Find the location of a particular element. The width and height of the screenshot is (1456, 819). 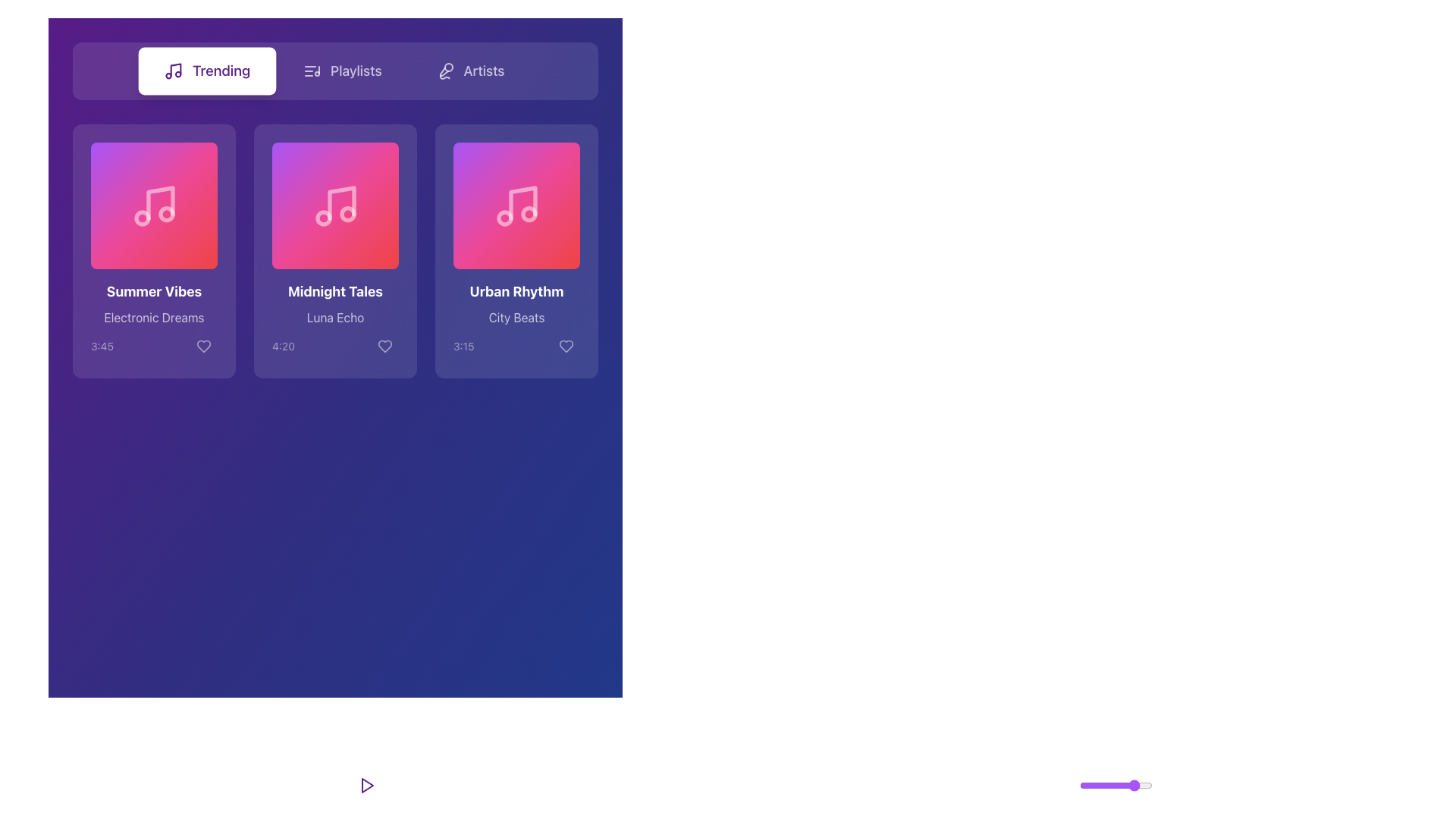

the text block representing the title, artist, and duration of a music track in the first card of the 'Trending' section is located at coordinates (154, 320).